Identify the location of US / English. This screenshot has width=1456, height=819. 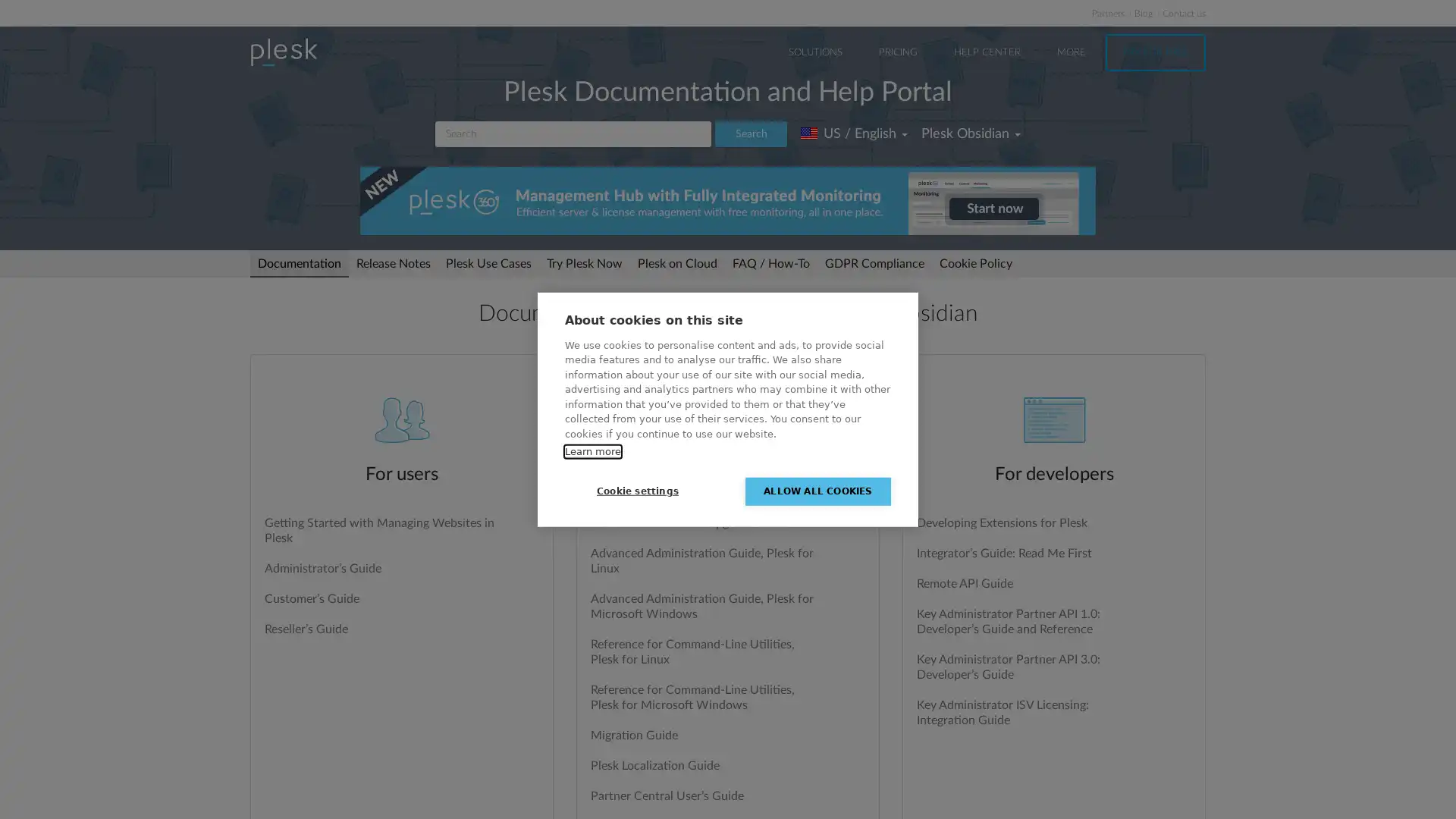
(854, 133).